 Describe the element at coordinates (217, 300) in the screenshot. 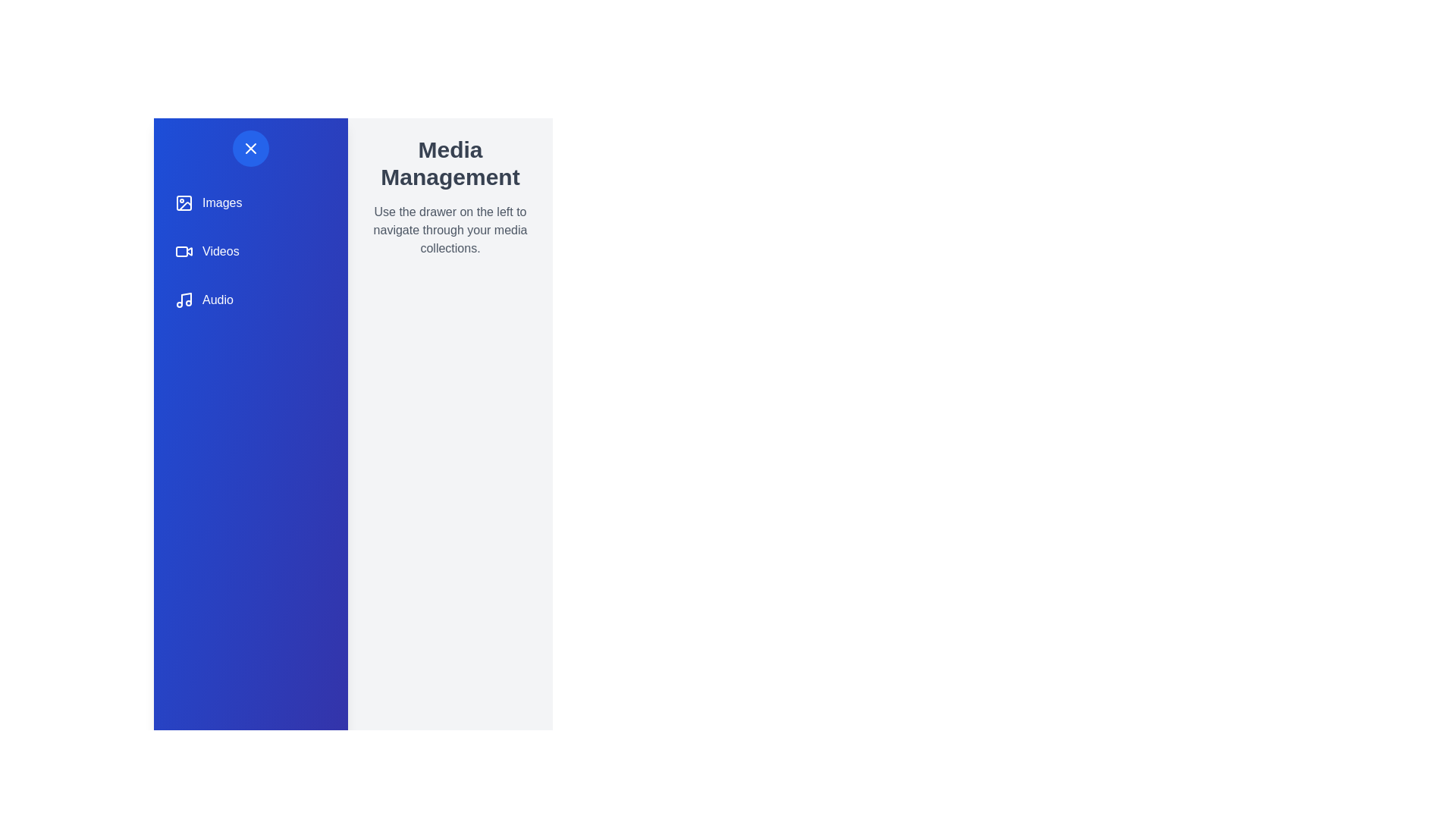

I see `the 'Audio' Text Label element, which is part of a vertical navigation list on the blue sidebar and positioned in the third row, below 'Images' and 'Videos'` at that location.